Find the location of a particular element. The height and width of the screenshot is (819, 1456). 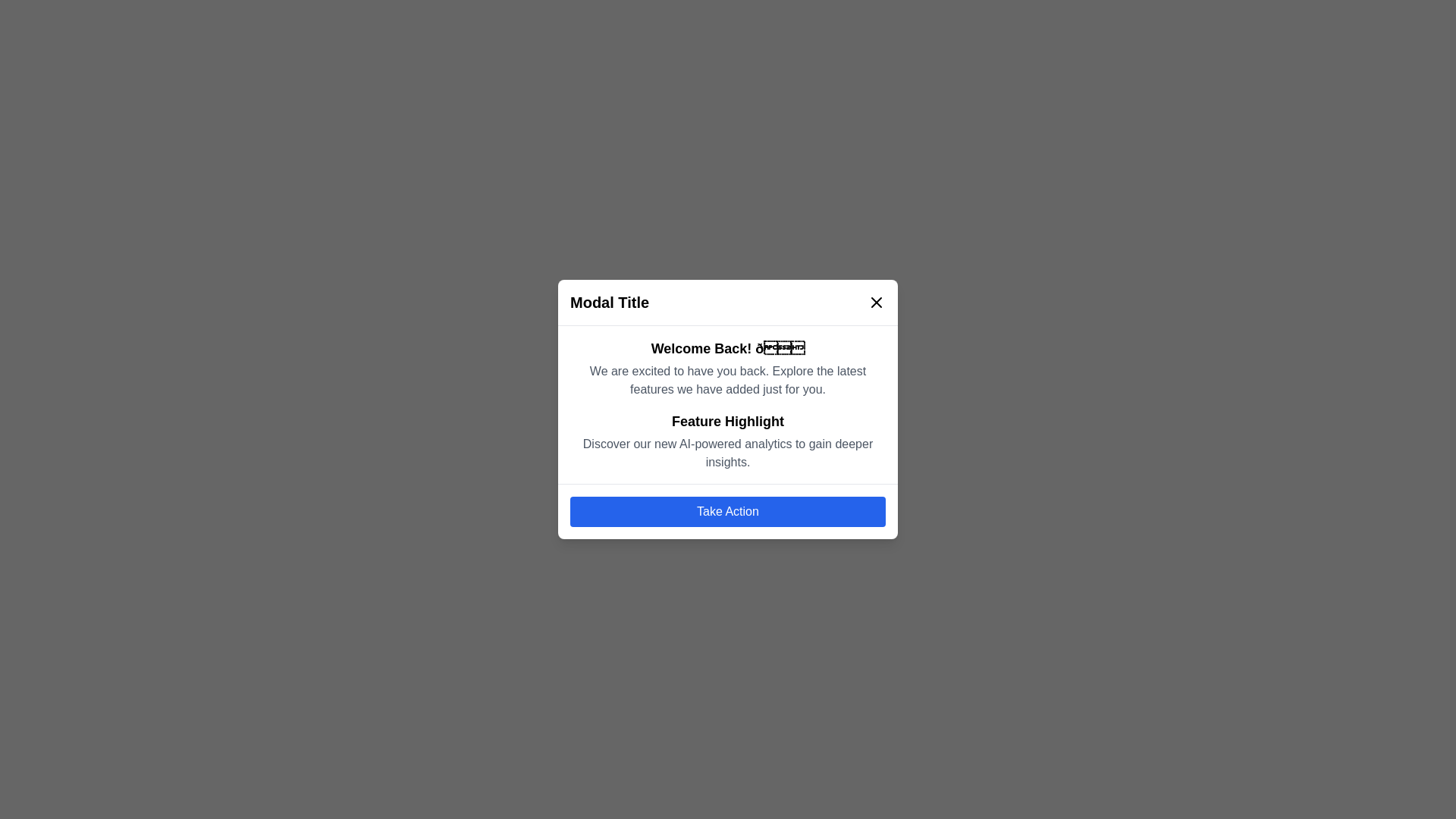

welcoming message text located near the top of the modal dialog box, directly beneath the modal's title is located at coordinates (728, 348).